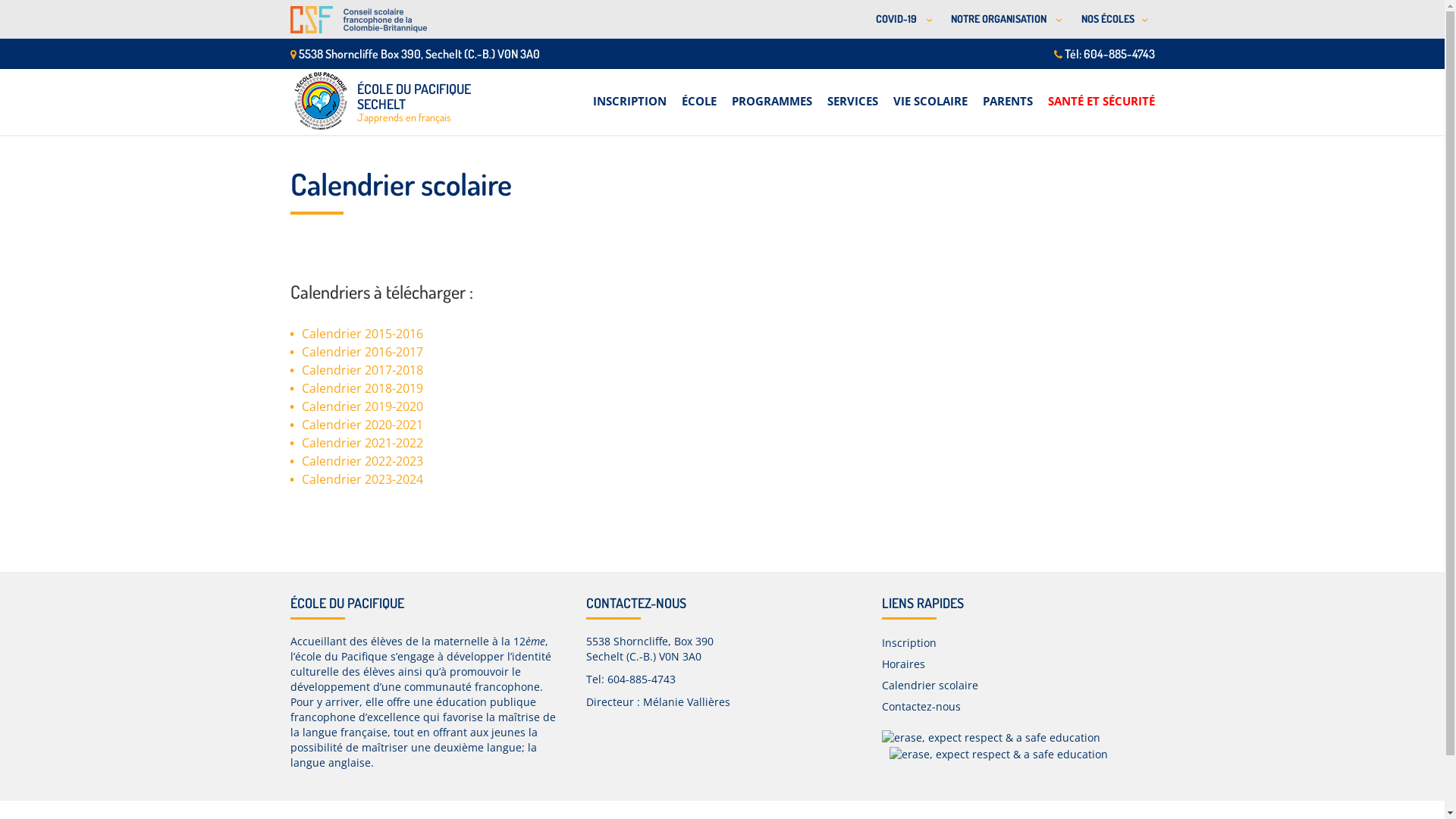  I want to click on 'Calendrier 2017-2018', so click(362, 370).